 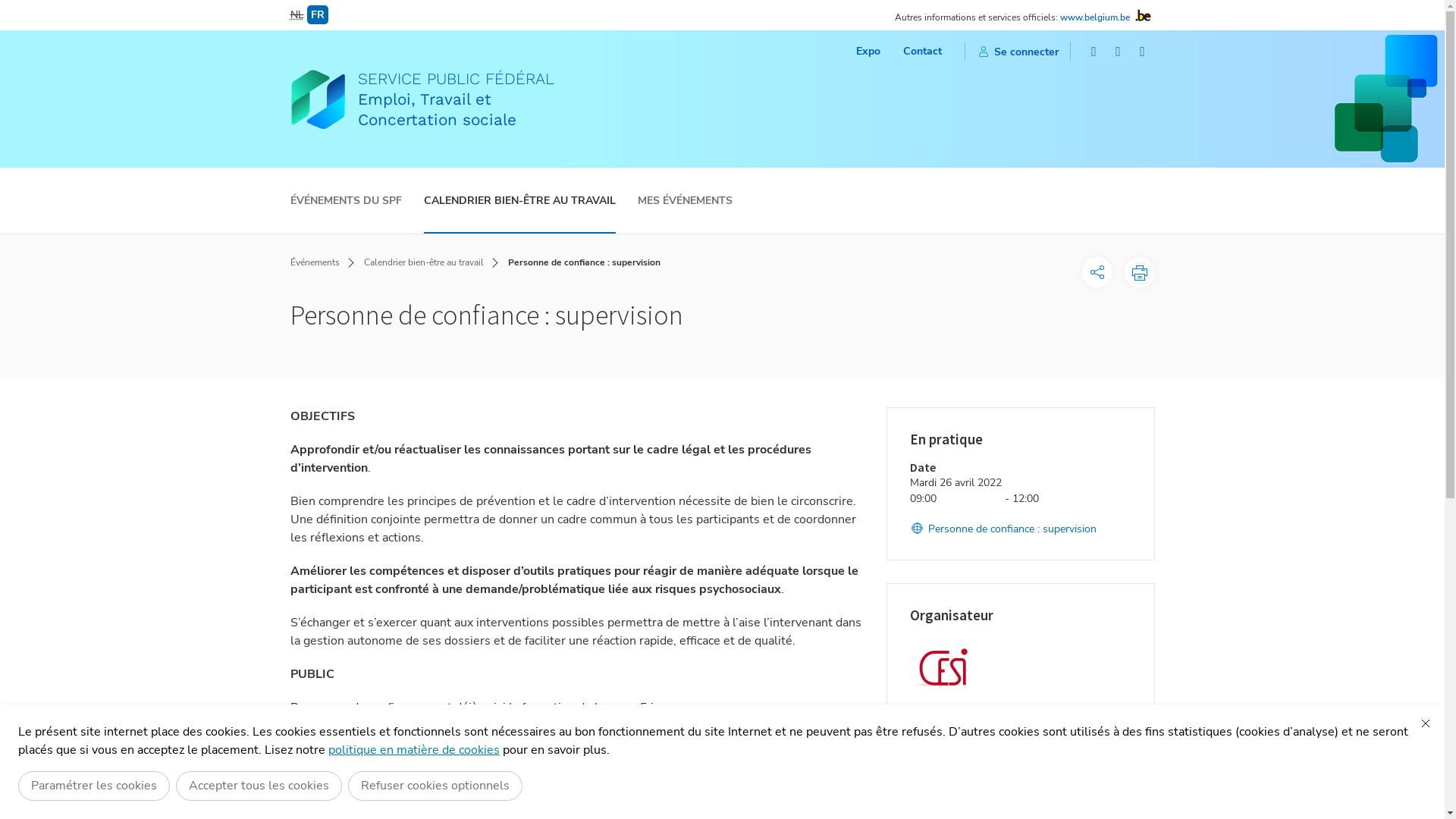 I want to click on 'Personne de confiance : supervision', so click(x=910, y=528).